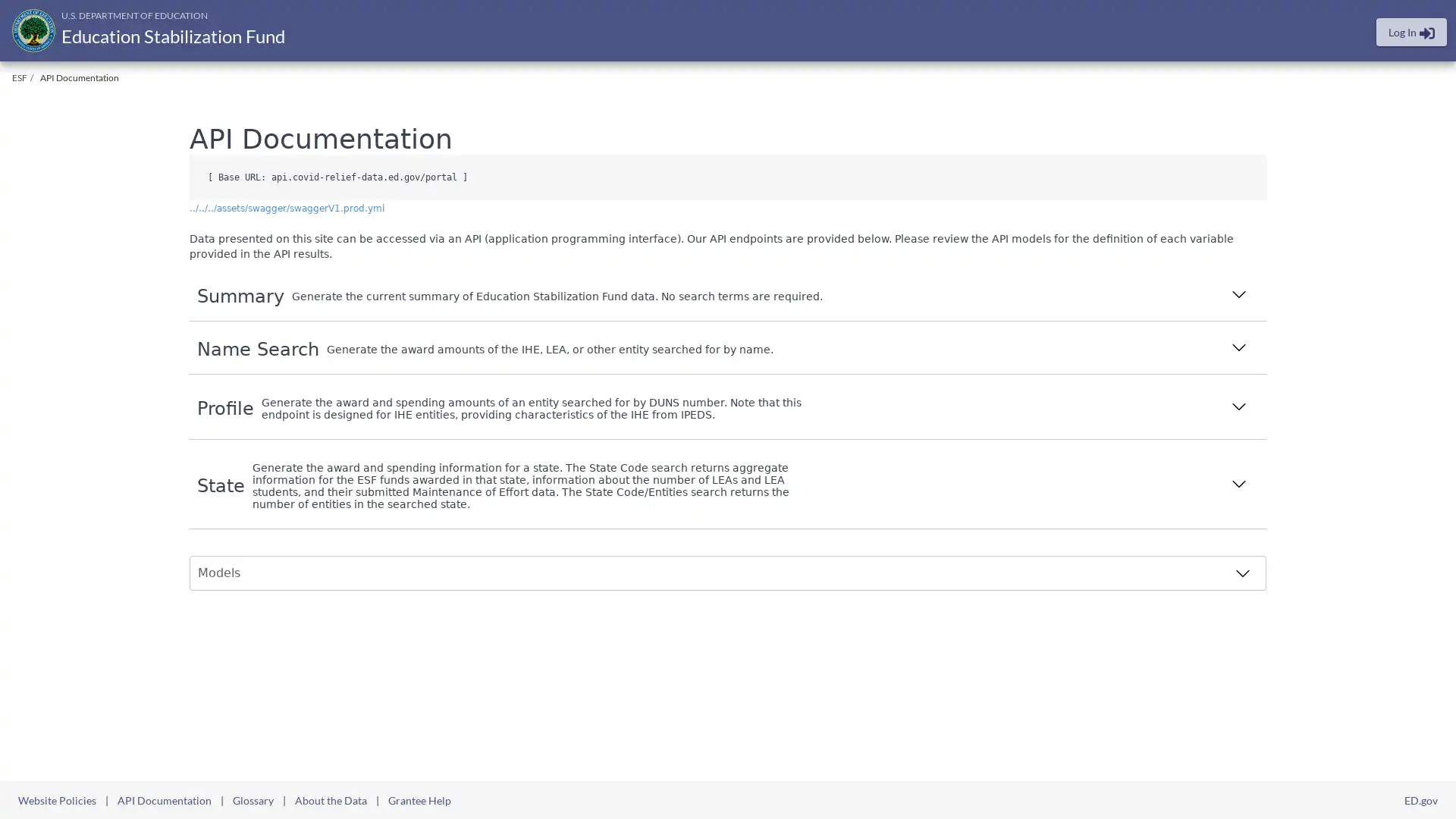 The image size is (1456, 819). I want to click on User Log In, so click(1410, 32).